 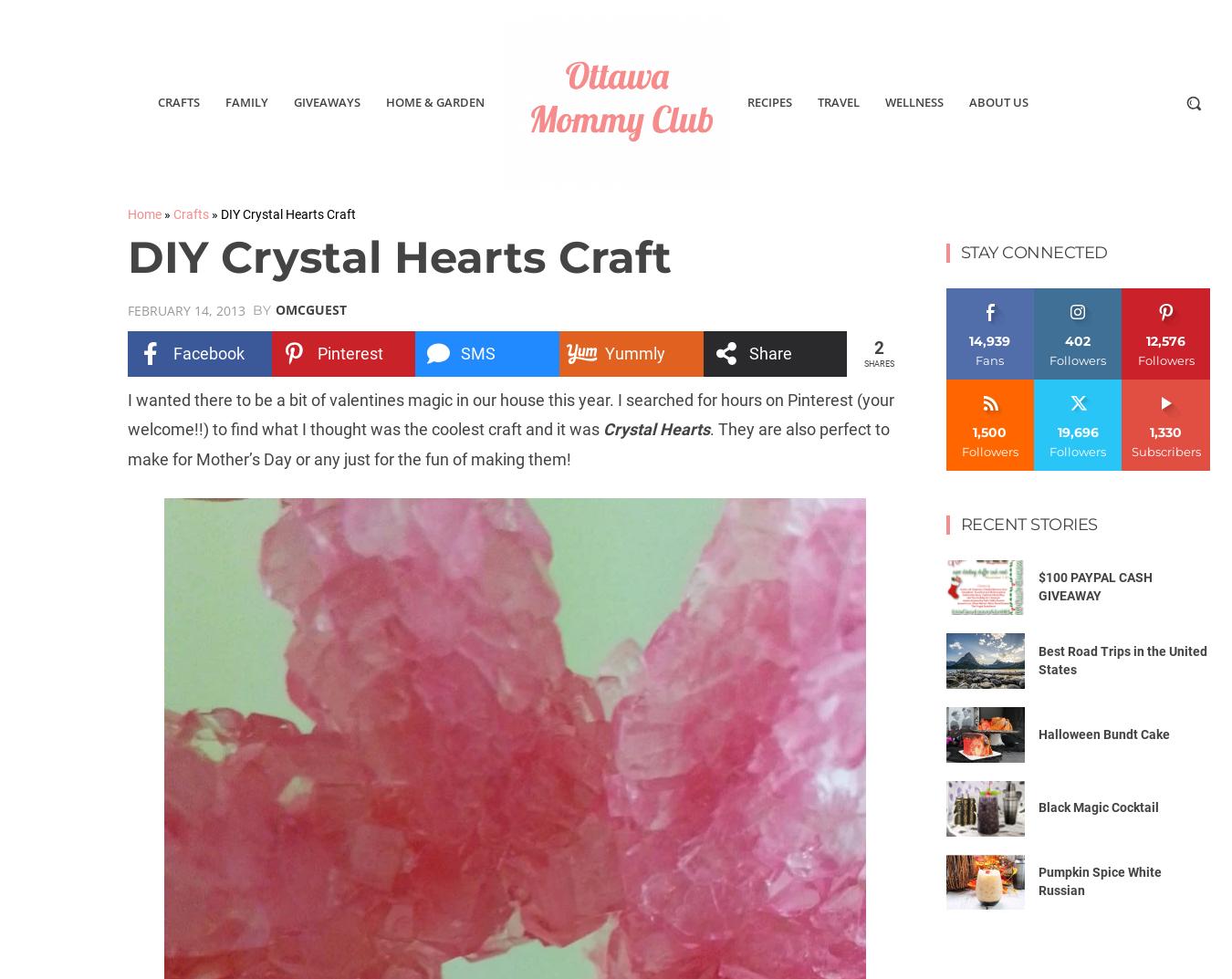 What do you see at coordinates (634, 351) in the screenshot?
I see `'Yummly'` at bounding box center [634, 351].